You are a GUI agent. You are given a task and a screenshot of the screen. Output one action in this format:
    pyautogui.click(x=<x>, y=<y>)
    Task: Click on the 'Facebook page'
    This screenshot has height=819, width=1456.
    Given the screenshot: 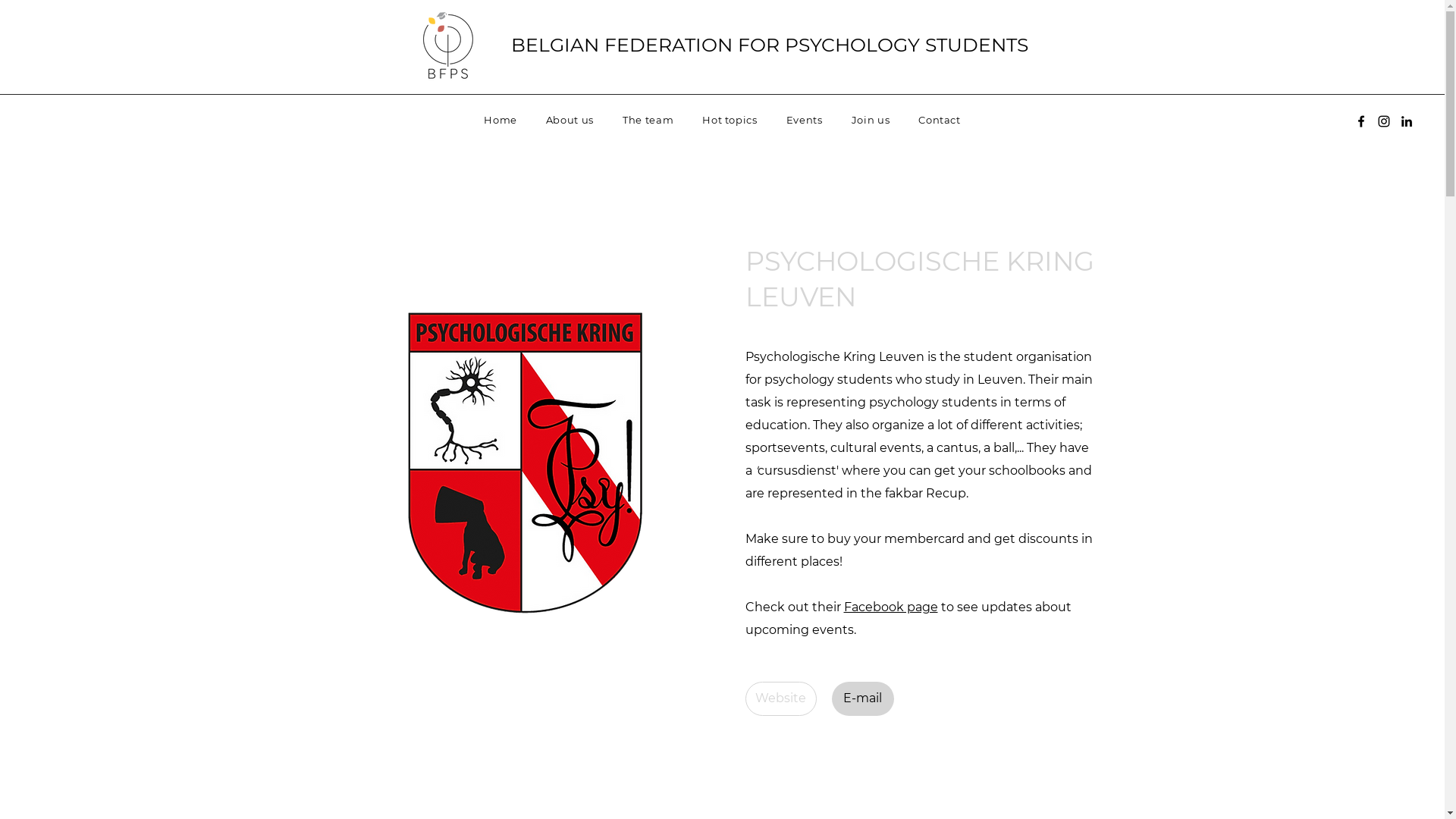 What is the action you would take?
    pyautogui.click(x=890, y=606)
    